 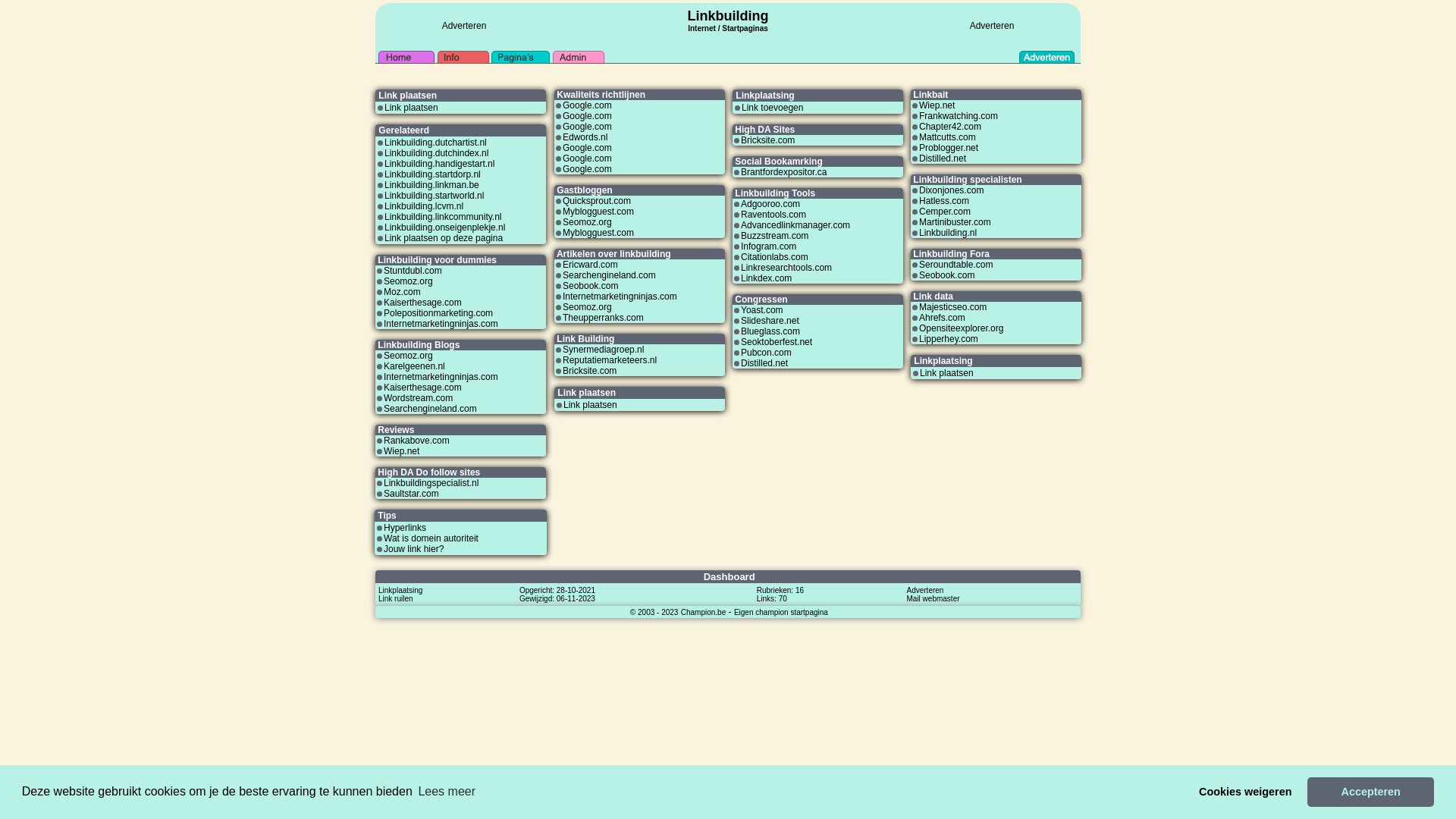 I want to click on 'Blueglass.com', so click(x=770, y=330).